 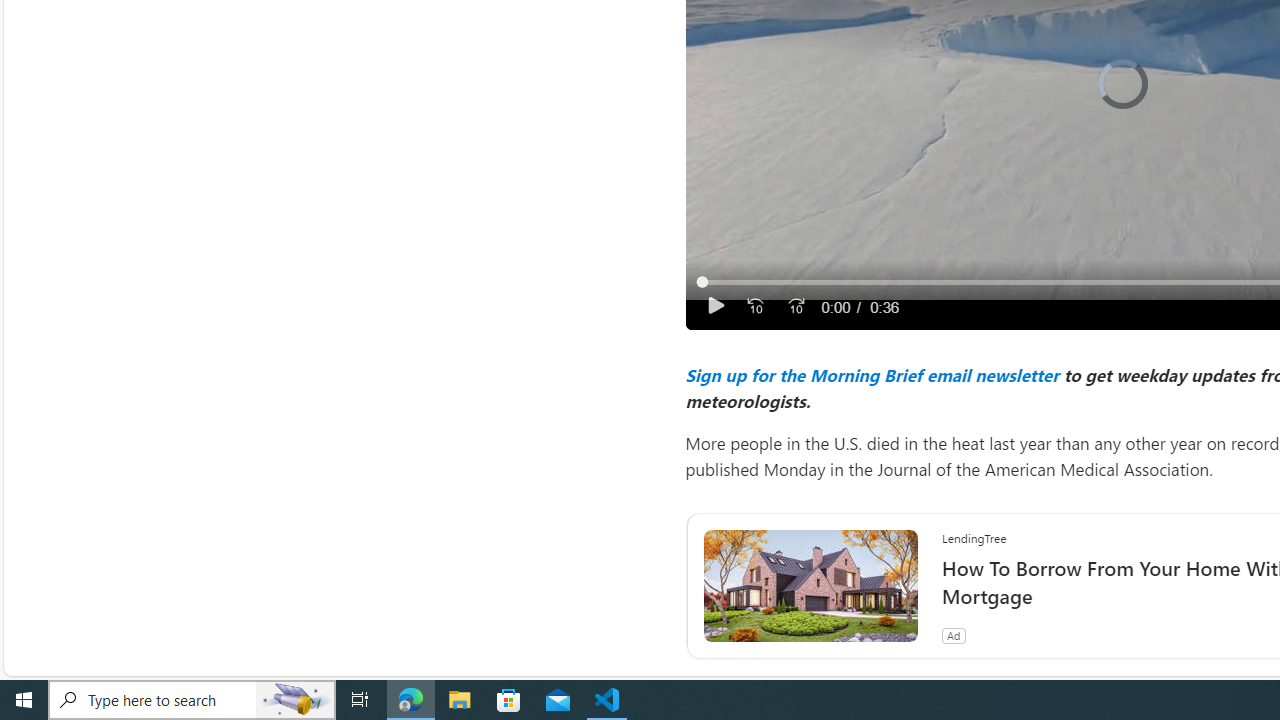 I want to click on 'Seek Forward', so click(x=794, y=306).